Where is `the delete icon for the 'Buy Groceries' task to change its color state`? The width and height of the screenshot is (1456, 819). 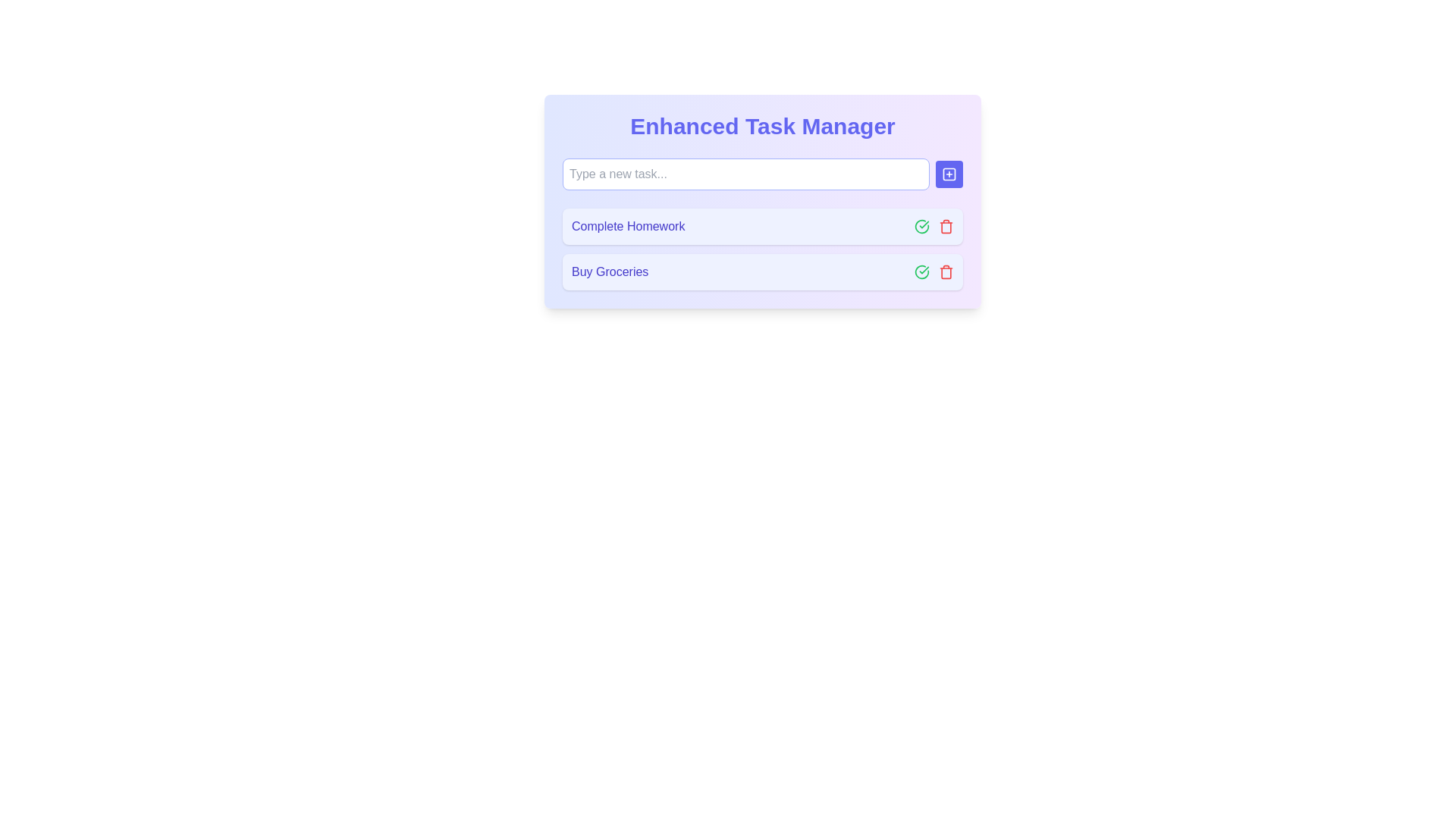 the delete icon for the 'Buy Groceries' task to change its color state is located at coordinates (946, 271).